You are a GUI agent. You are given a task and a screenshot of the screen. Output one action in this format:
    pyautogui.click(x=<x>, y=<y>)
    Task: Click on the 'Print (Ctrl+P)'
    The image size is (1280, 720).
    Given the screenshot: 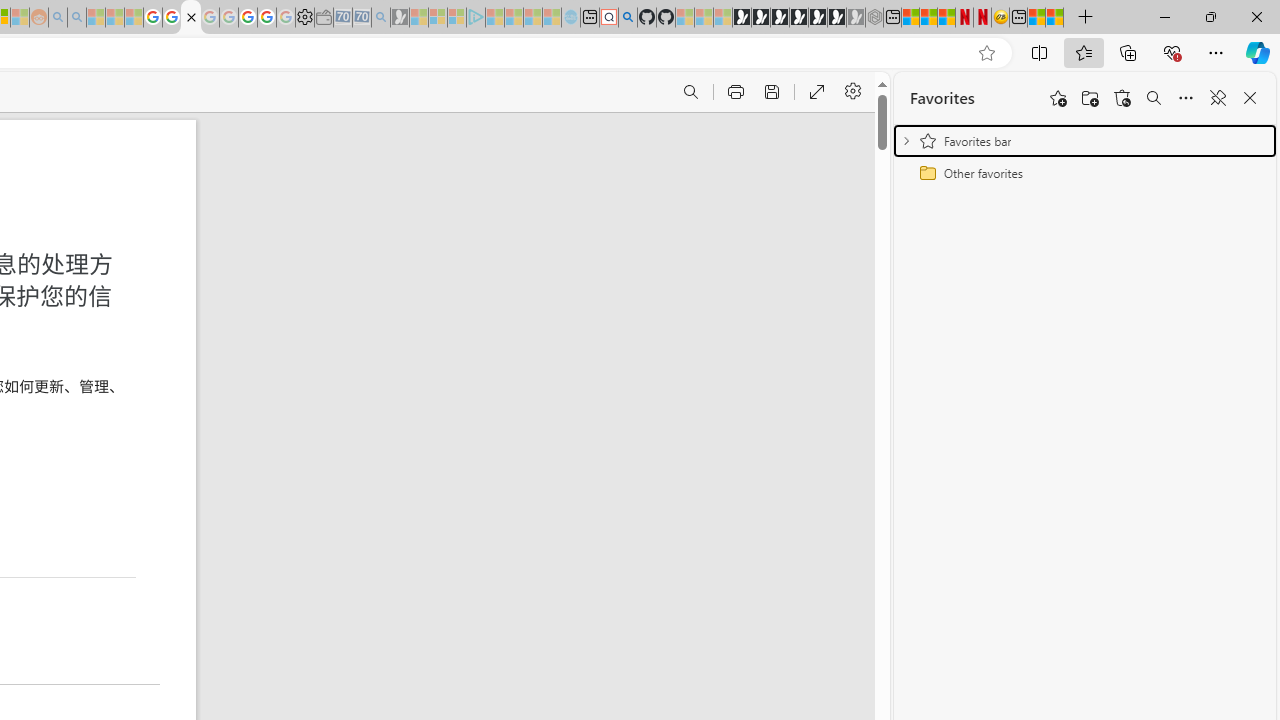 What is the action you would take?
    pyautogui.click(x=734, y=92)
    